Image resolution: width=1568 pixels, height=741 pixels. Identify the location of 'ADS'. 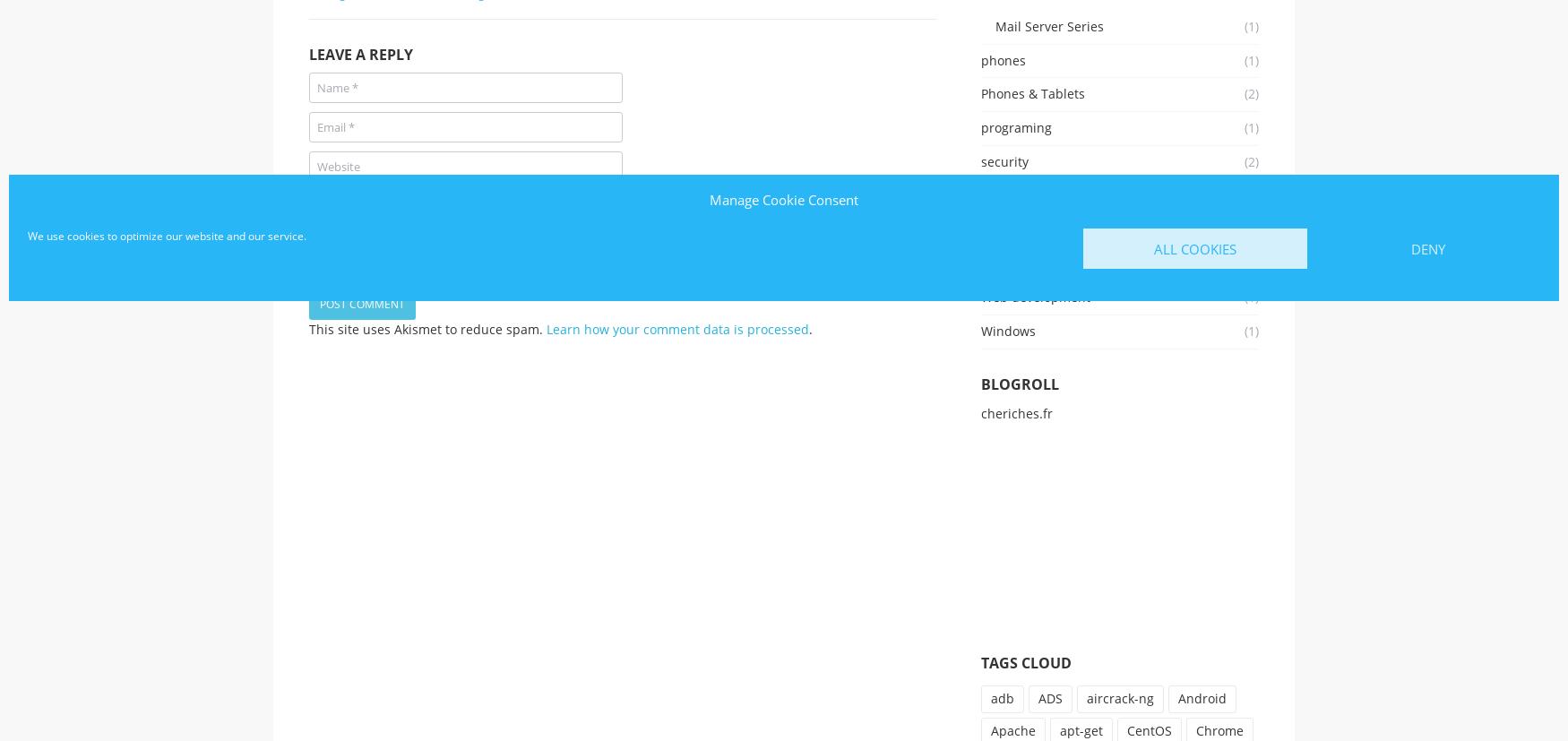
(1038, 697).